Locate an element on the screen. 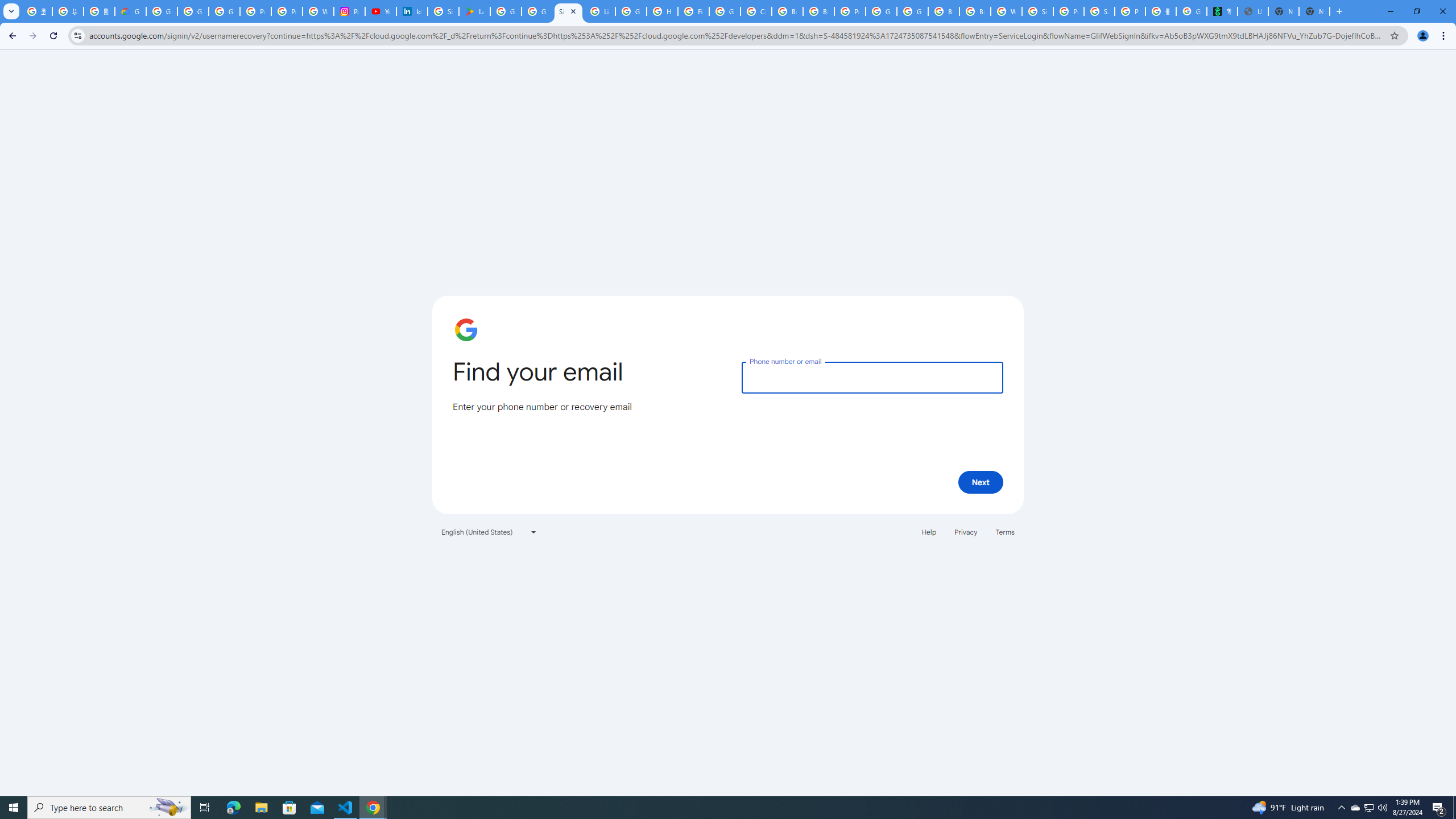  'Untitled' is located at coordinates (1252, 11).